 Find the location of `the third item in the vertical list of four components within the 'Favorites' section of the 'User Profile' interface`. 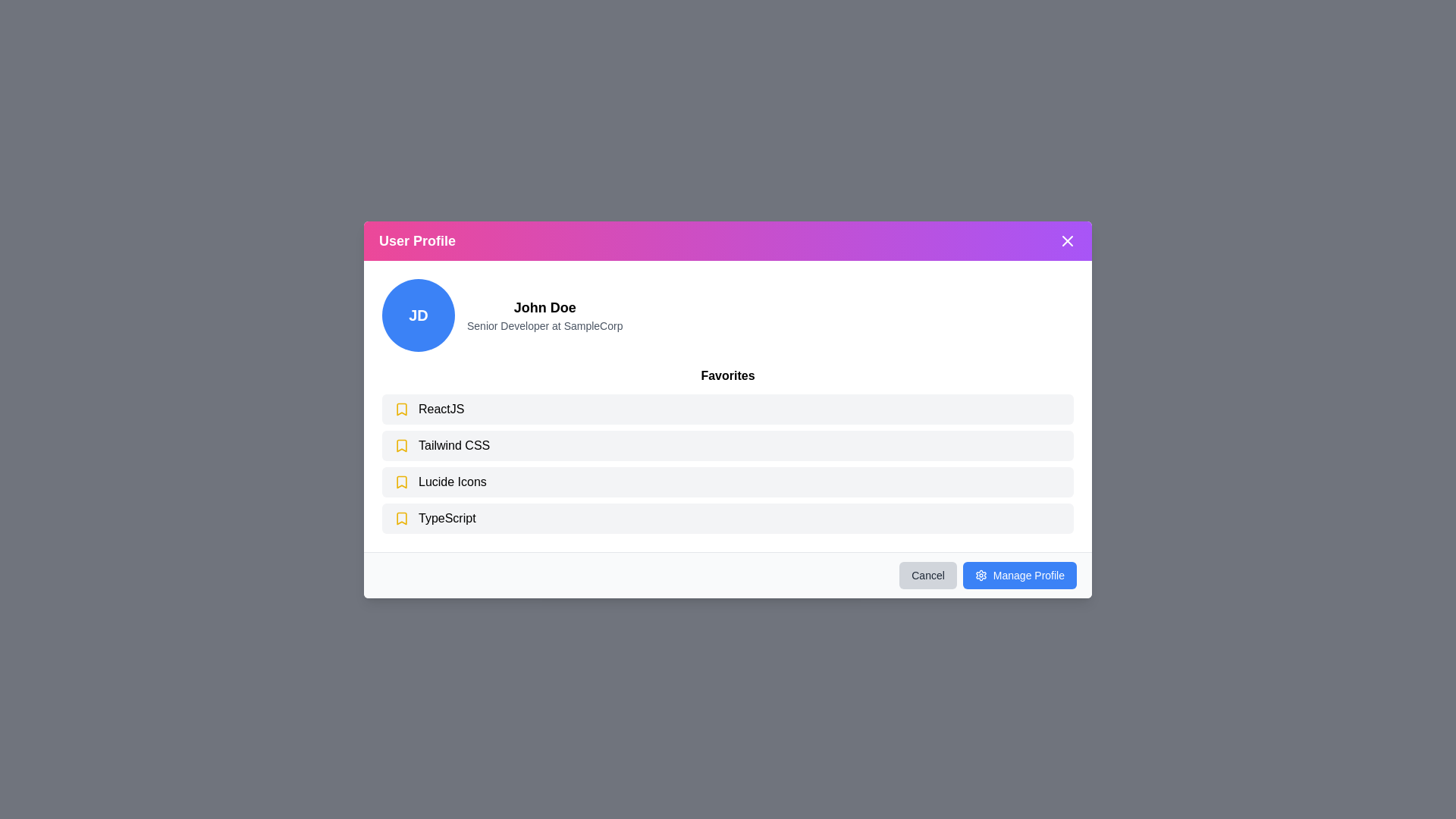

the third item in the vertical list of four components within the 'Favorites' section of the 'User Profile' interface is located at coordinates (728, 482).